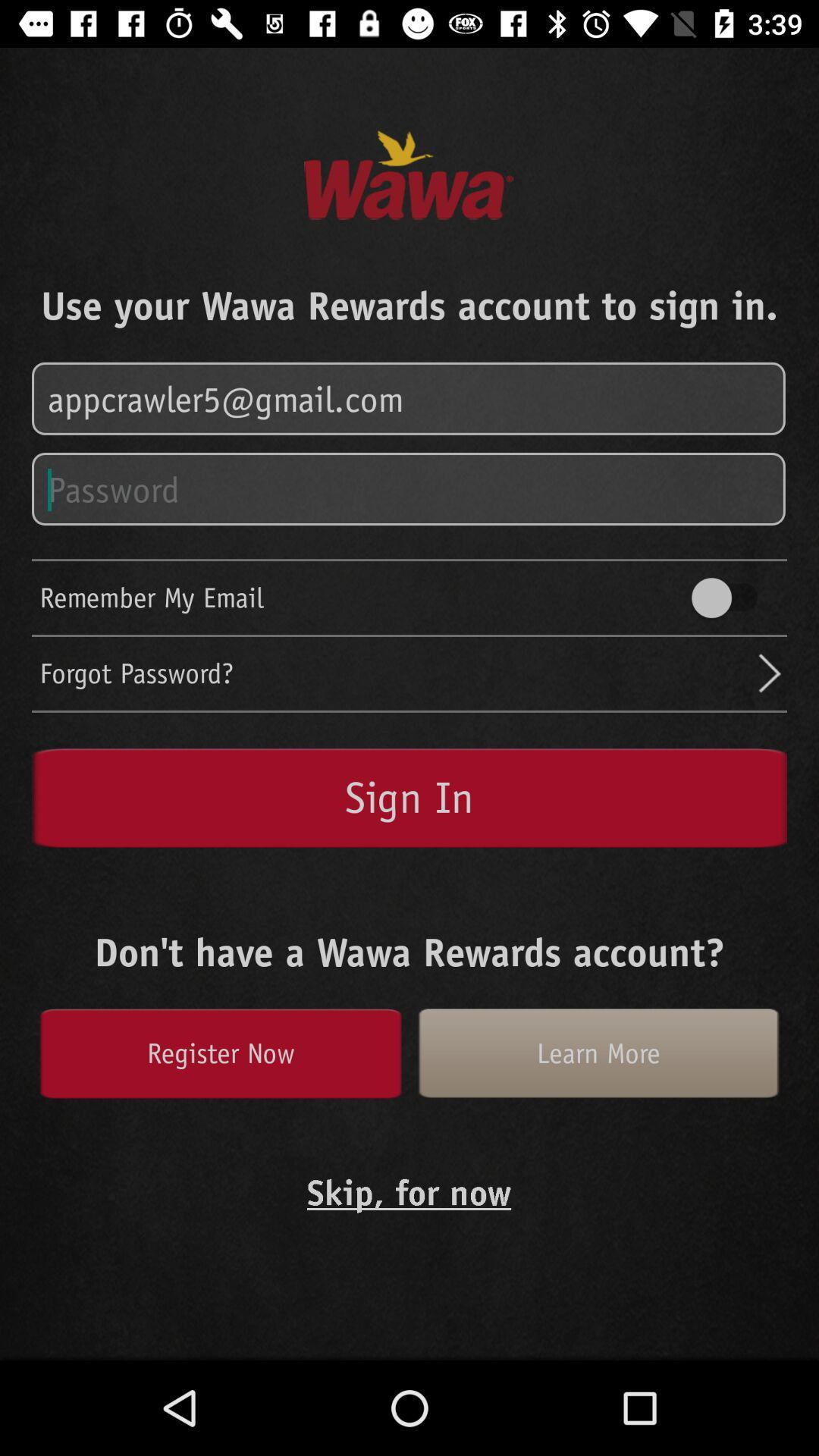  What do you see at coordinates (408, 1192) in the screenshot?
I see `the text which says skipfor now which is at the bottom` at bounding box center [408, 1192].